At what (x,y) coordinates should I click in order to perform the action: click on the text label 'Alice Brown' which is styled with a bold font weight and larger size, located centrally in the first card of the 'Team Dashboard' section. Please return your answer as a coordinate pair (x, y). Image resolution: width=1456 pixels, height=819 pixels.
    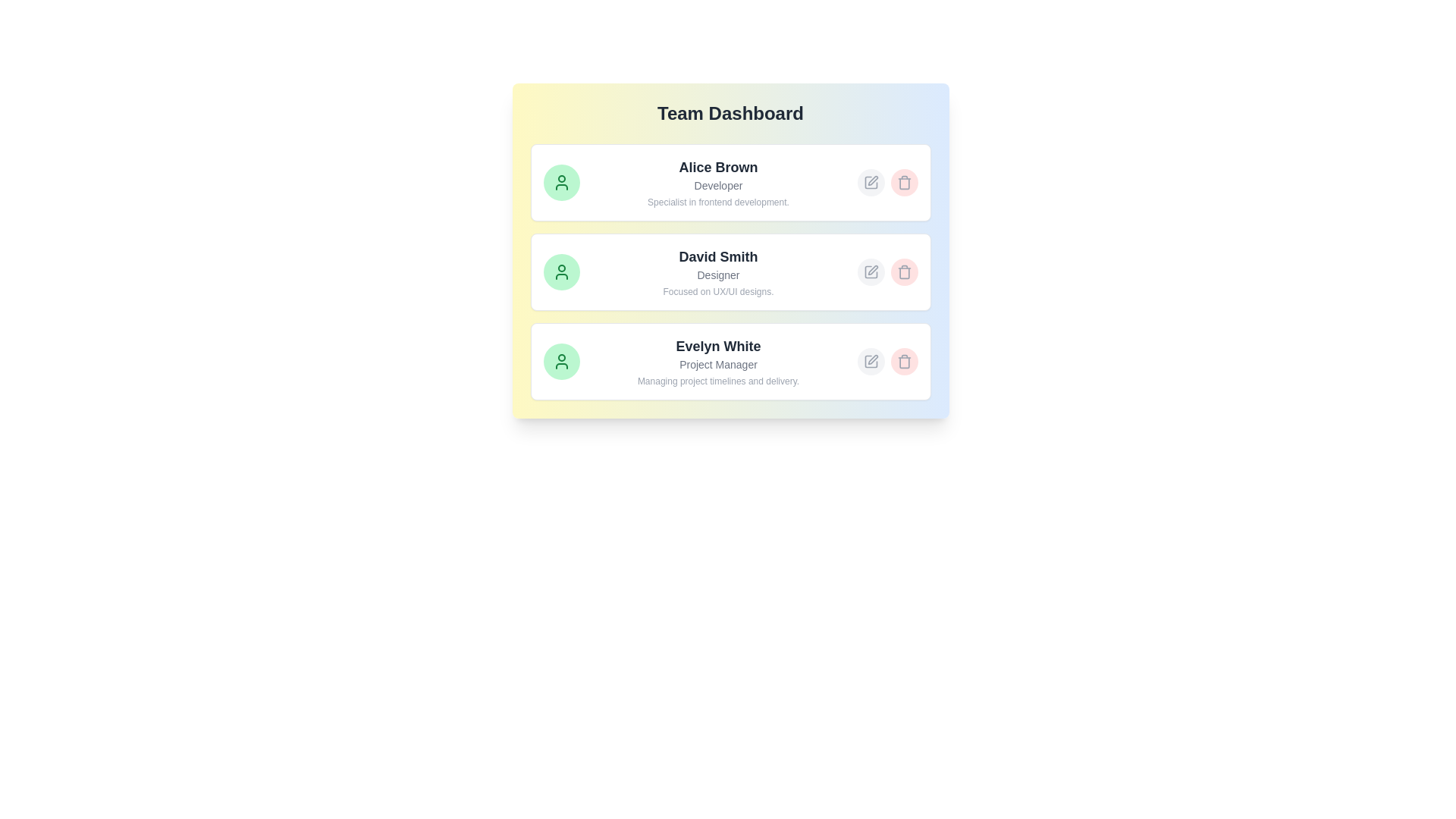
    Looking at the image, I should click on (717, 167).